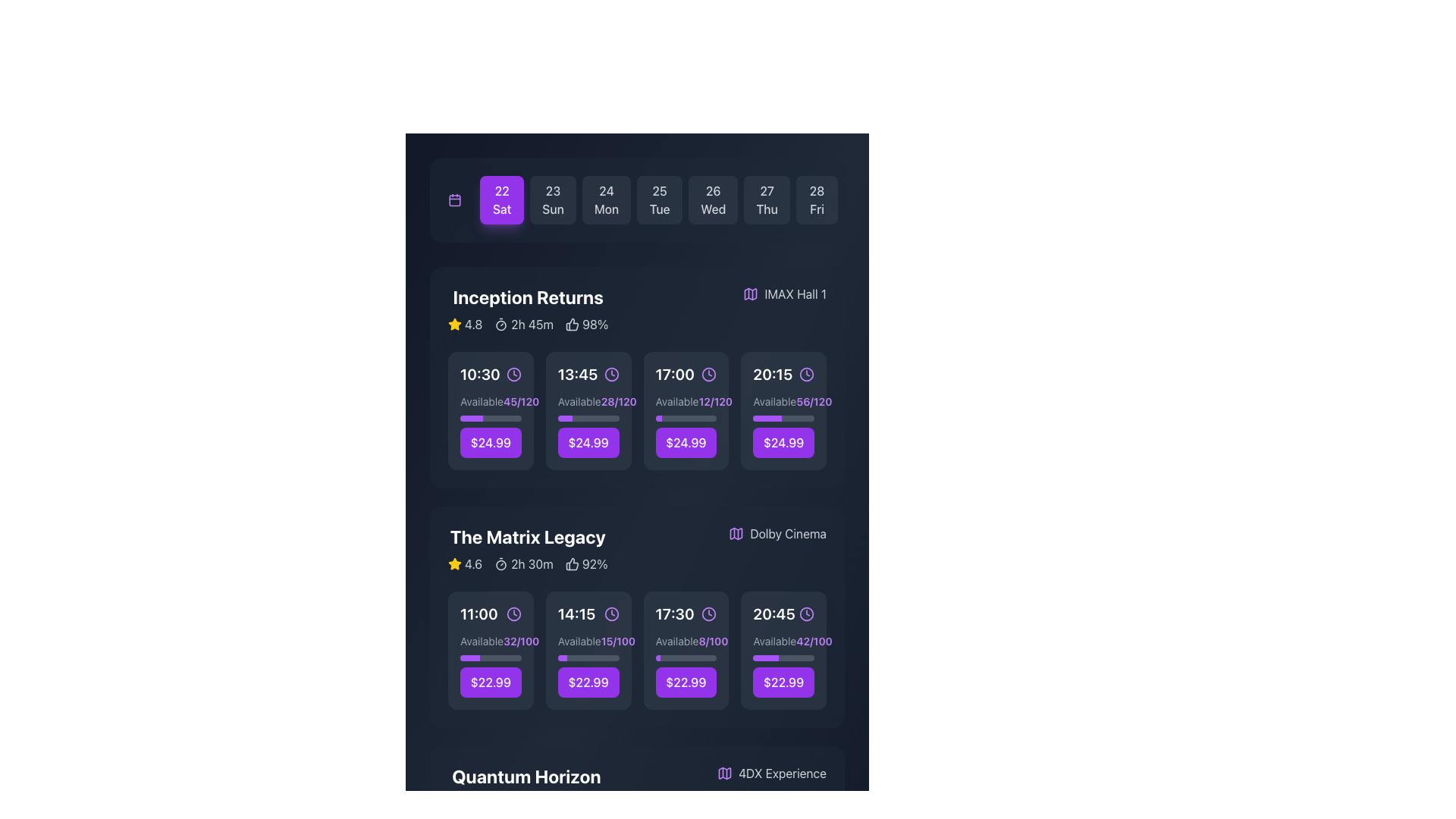  Describe the element at coordinates (777, 533) in the screenshot. I see `the informative label indicating 'Dolby Cinema' to associate it with related movie details for 'The Matrix Legacy'` at that location.